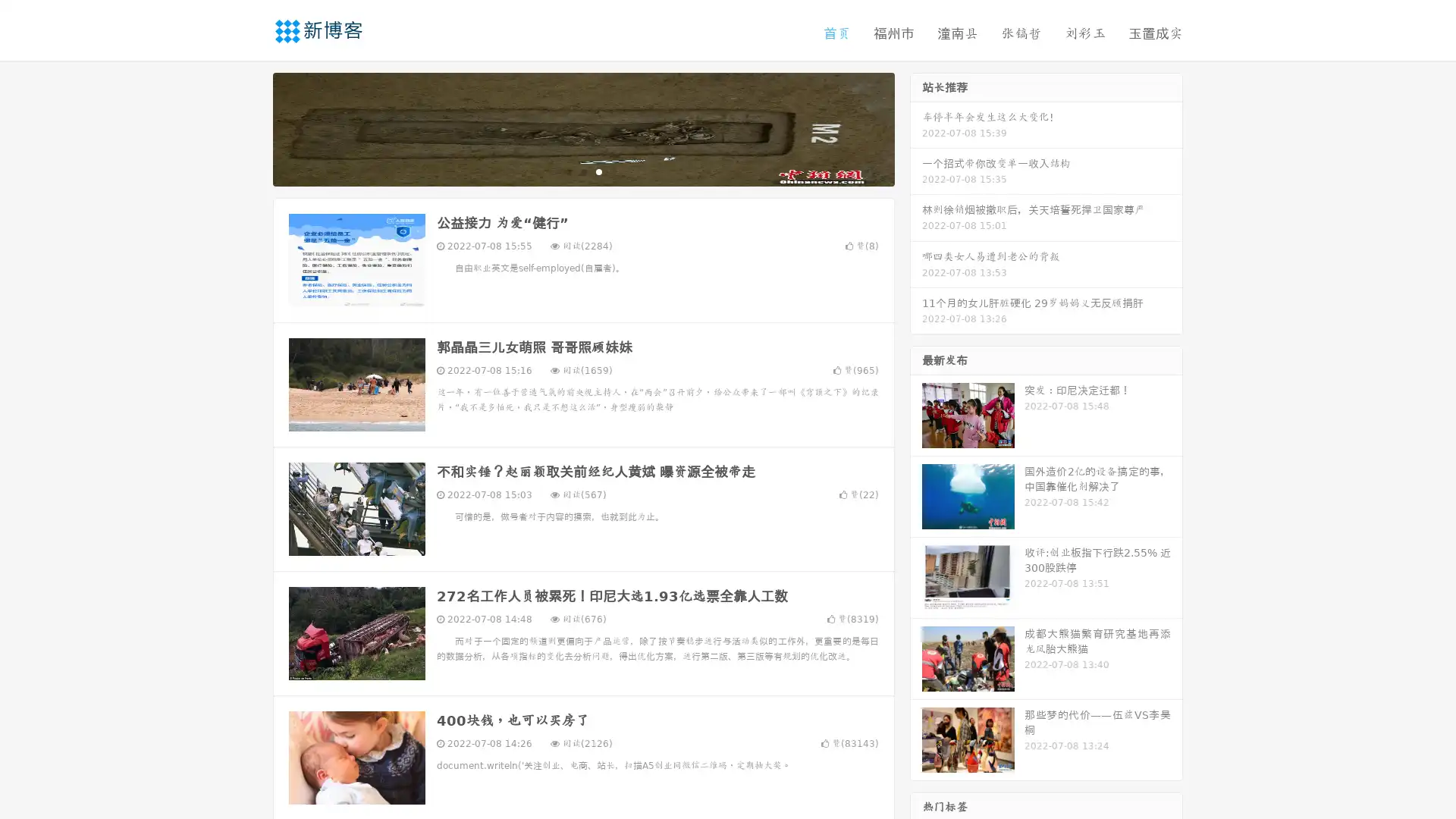 Image resolution: width=1456 pixels, height=819 pixels. What do you see at coordinates (582, 171) in the screenshot?
I see `Go to slide 2` at bounding box center [582, 171].